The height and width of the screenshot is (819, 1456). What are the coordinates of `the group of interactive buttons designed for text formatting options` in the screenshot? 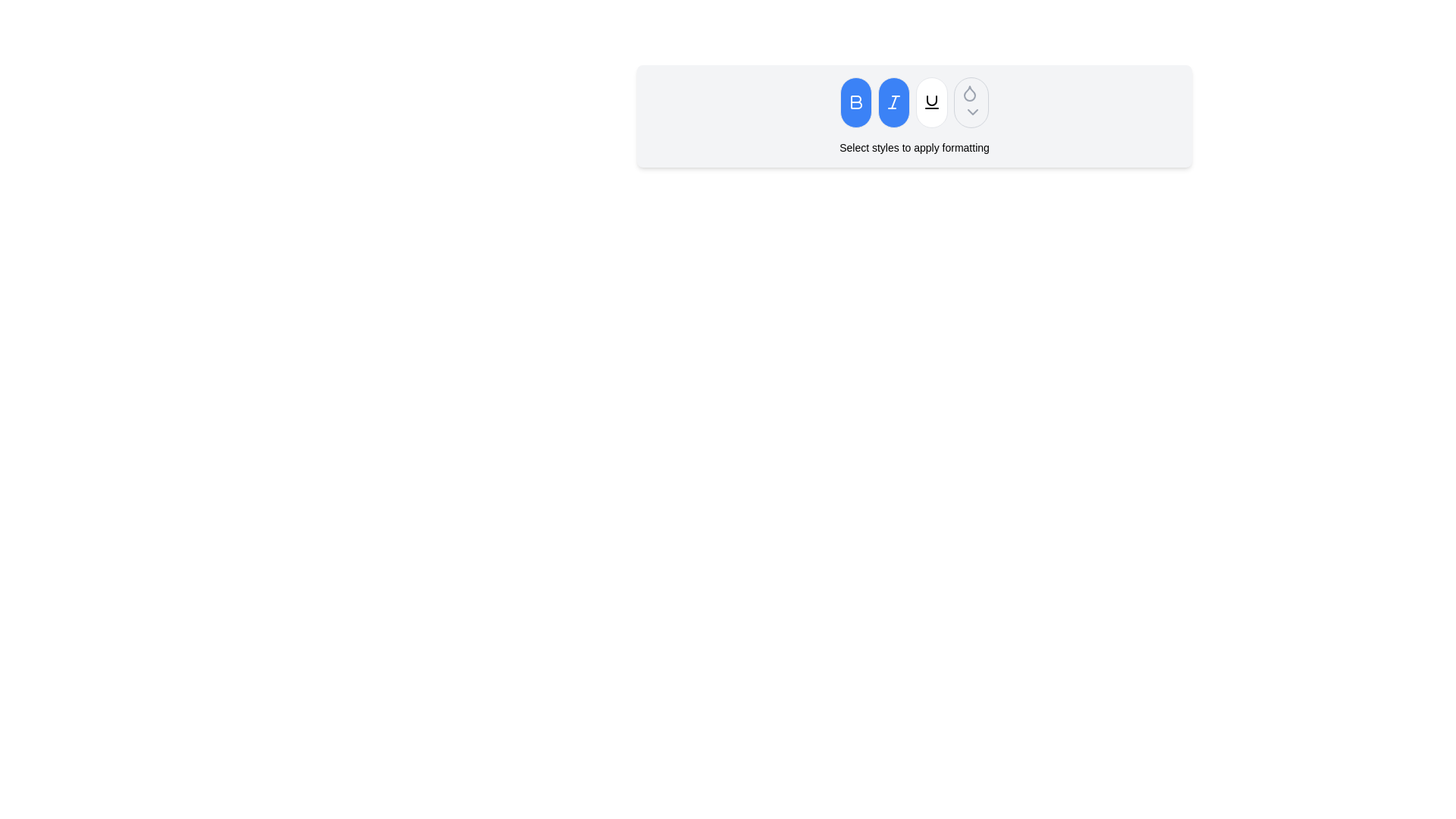 It's located at (913, 102).